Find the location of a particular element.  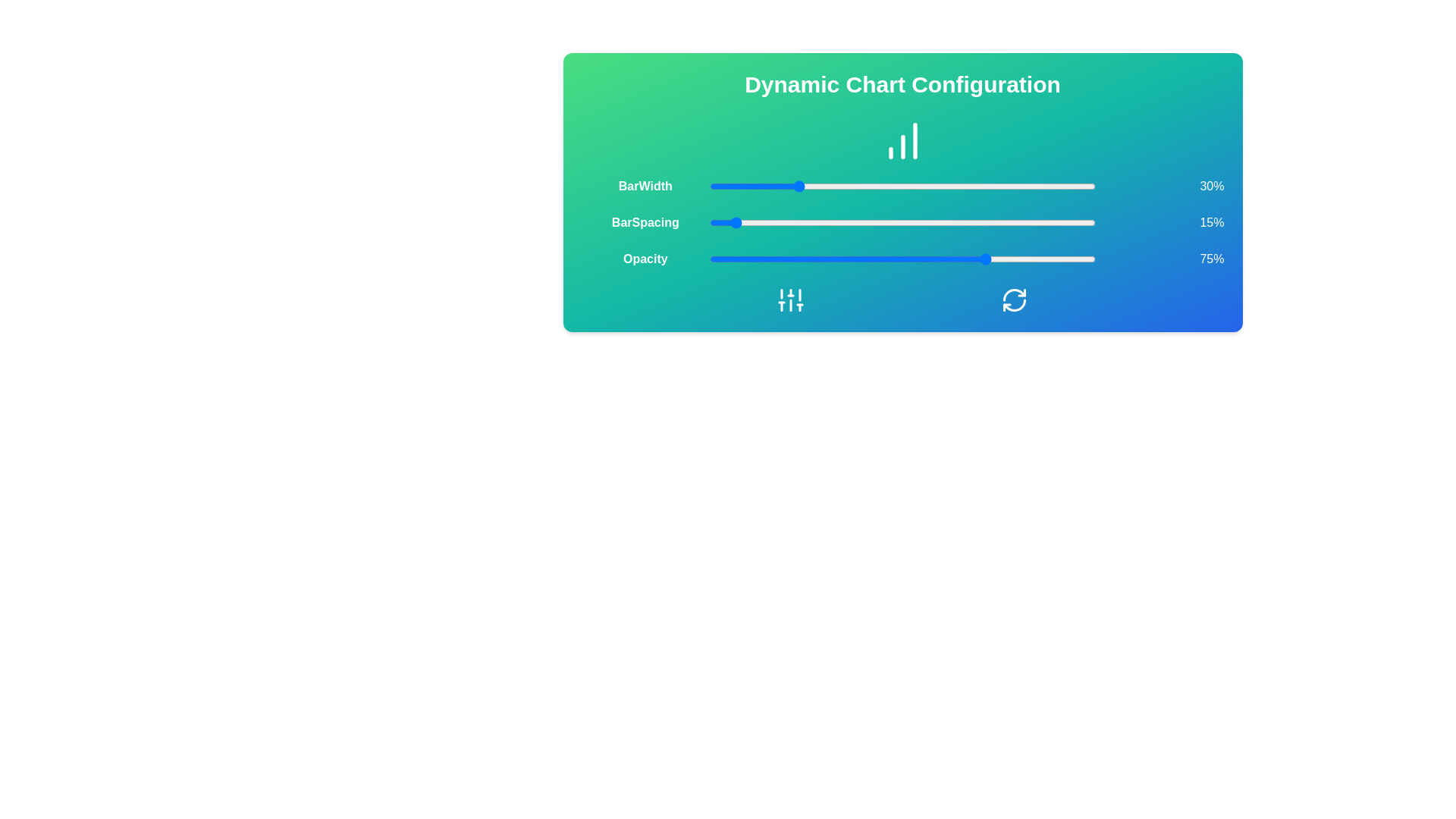

the chart icon to interact with it is located at coordinates (902, 140).